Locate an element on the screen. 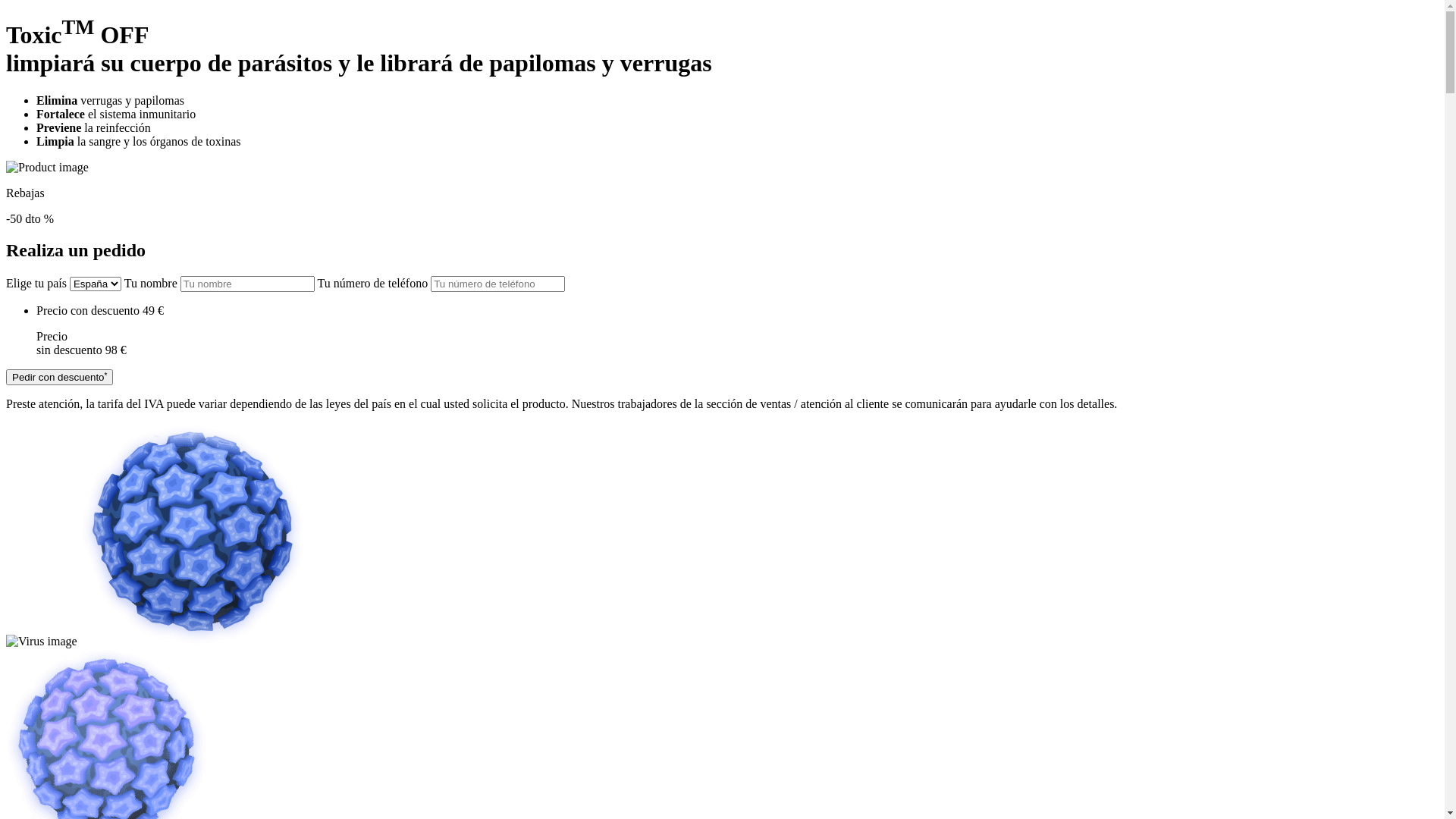 The width and height of the screenshot is (1456, 819). 'Pedir con descuento' is located at coordinates (59, 376).